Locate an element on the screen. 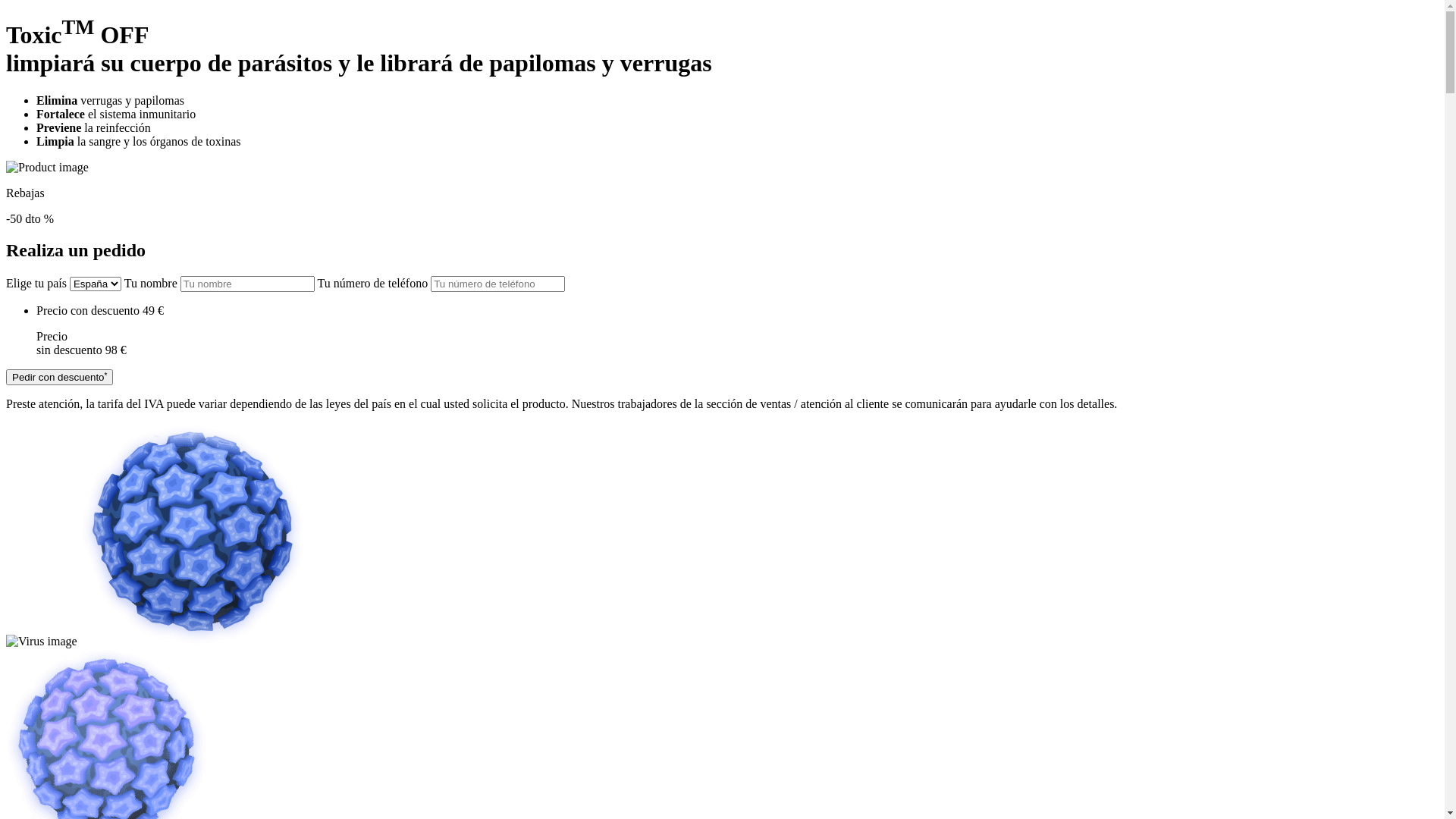 The width and height of the screenshot is (1456, 819). 'Pedir con descuento' is located at coordinates (59, 376).